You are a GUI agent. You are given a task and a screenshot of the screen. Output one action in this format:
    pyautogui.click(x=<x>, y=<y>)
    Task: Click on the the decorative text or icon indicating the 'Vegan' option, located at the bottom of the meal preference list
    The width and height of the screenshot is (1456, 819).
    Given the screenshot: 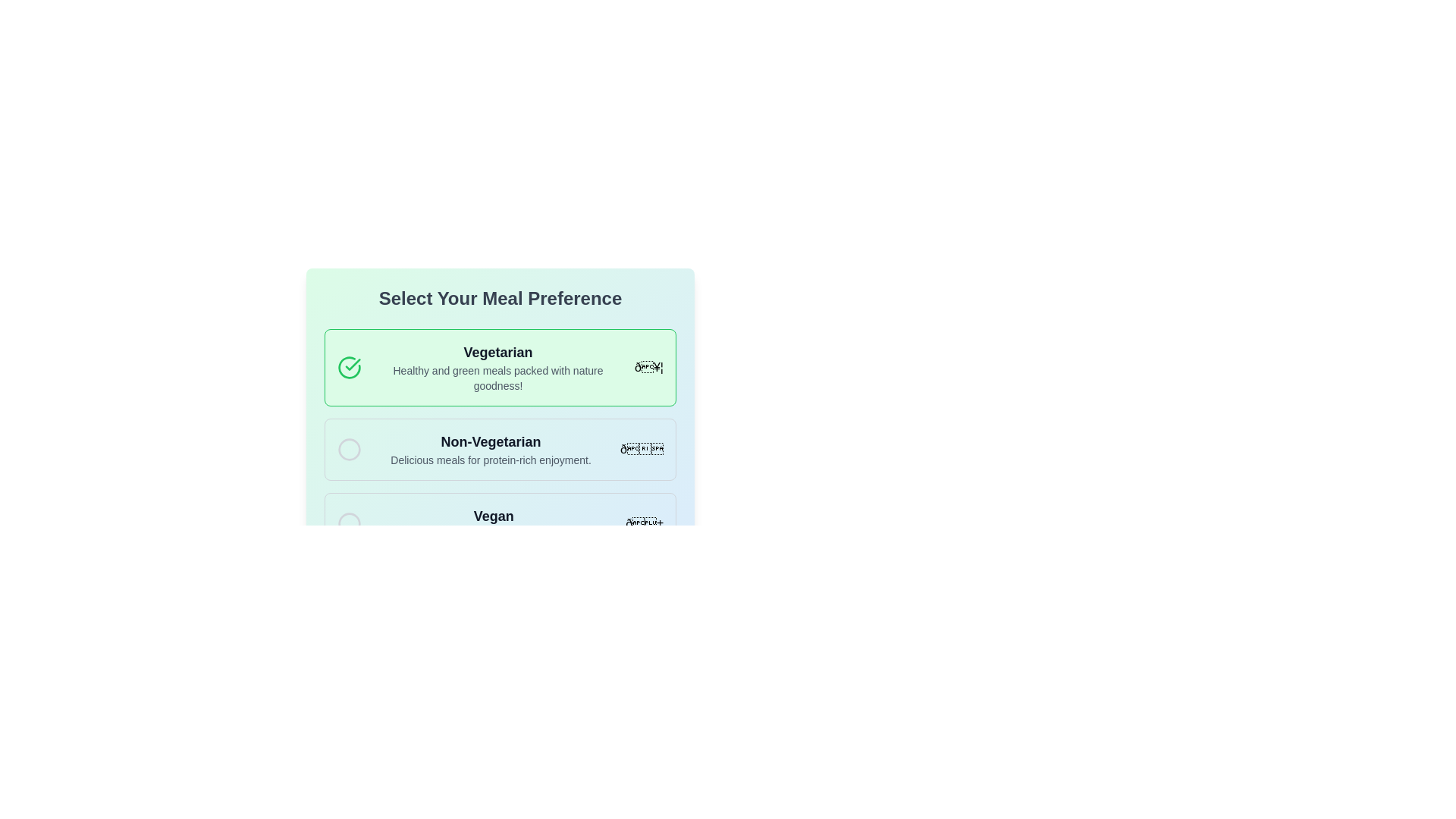 What is the action you would take?
    pyautogui.click(x=645, y=522)
    